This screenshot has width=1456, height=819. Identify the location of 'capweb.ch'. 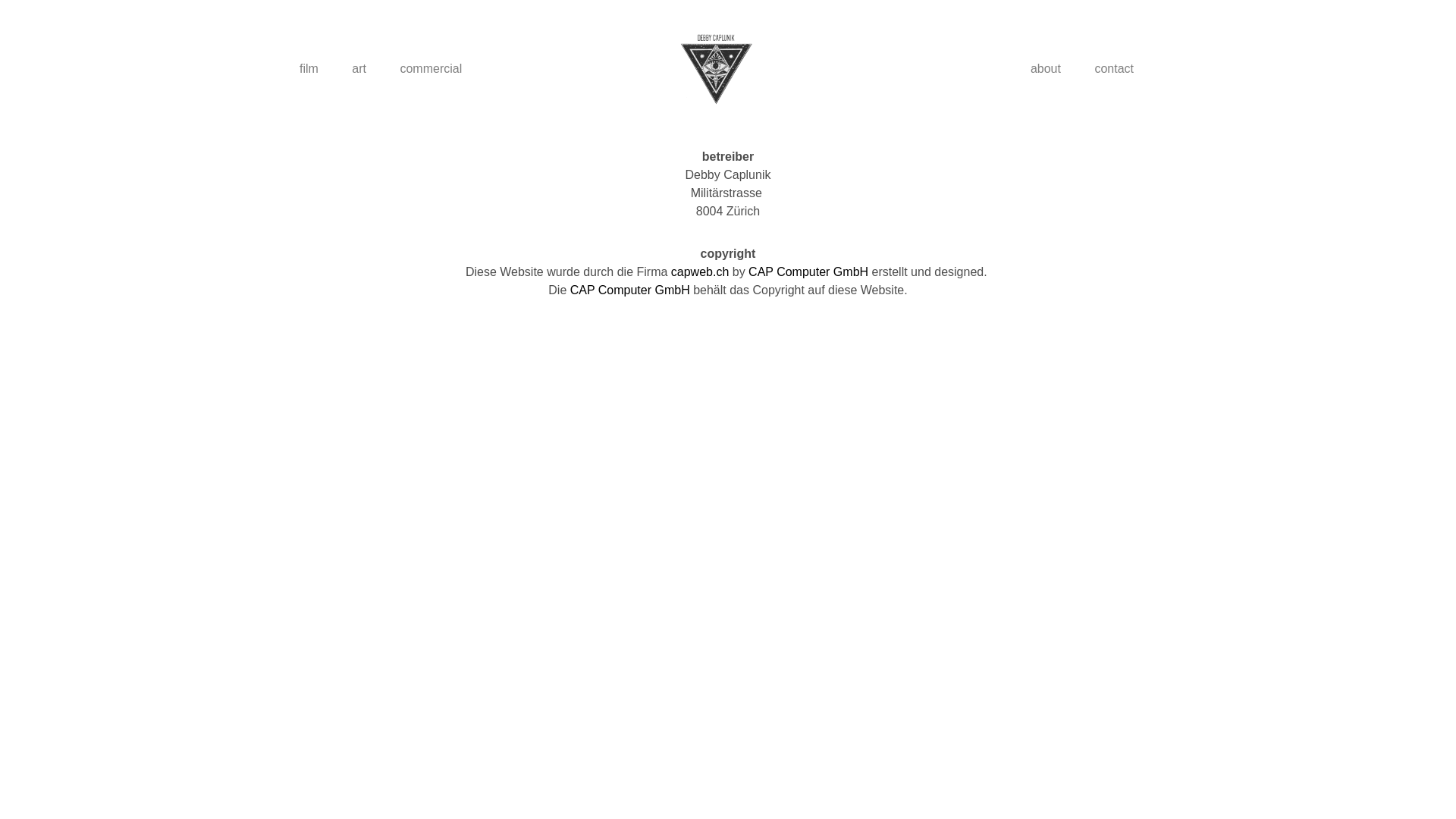
(670, 271).